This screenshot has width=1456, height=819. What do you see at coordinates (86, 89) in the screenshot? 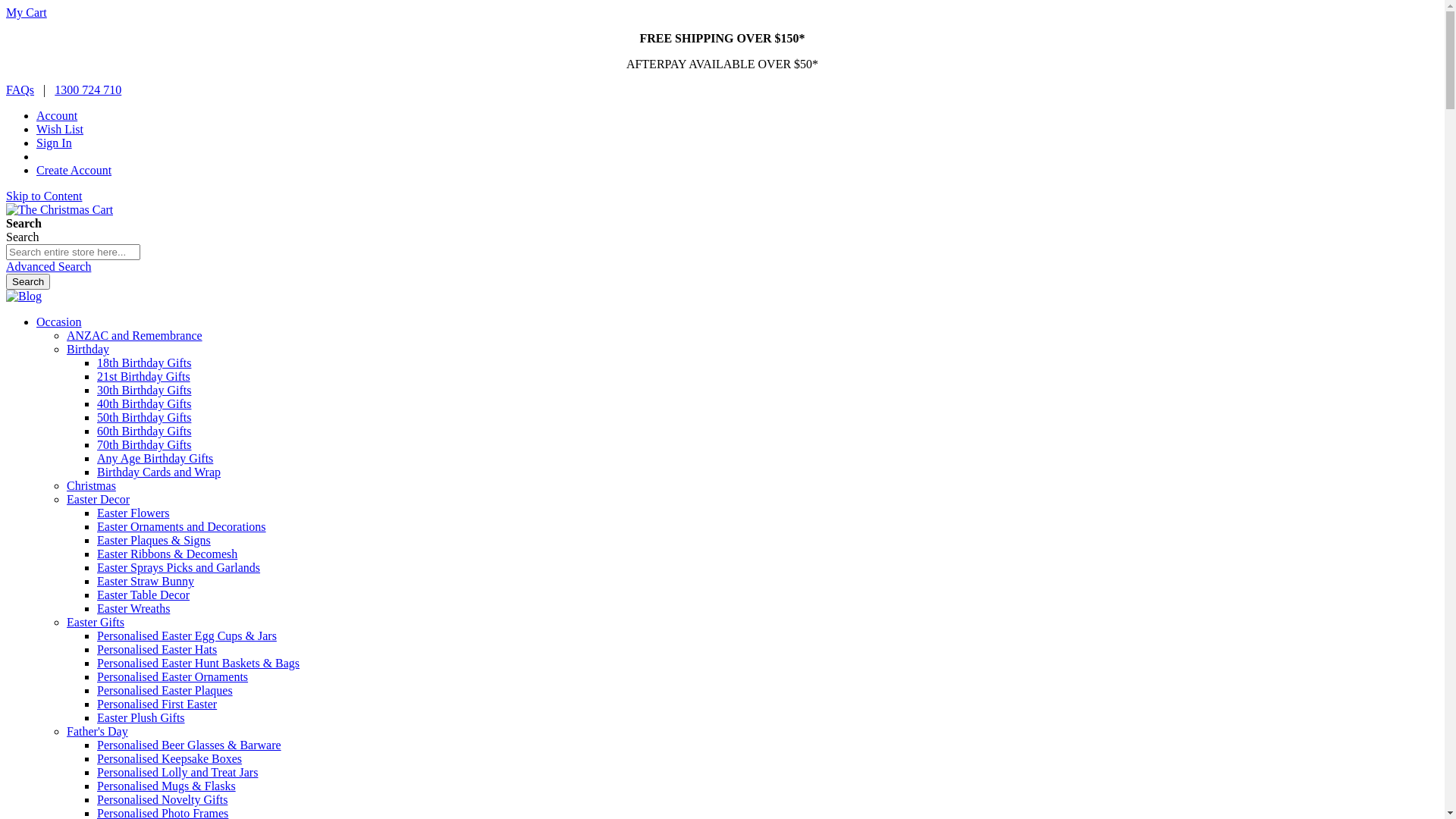
I see `'1300 724 710'` at bounding box center [86, 89].